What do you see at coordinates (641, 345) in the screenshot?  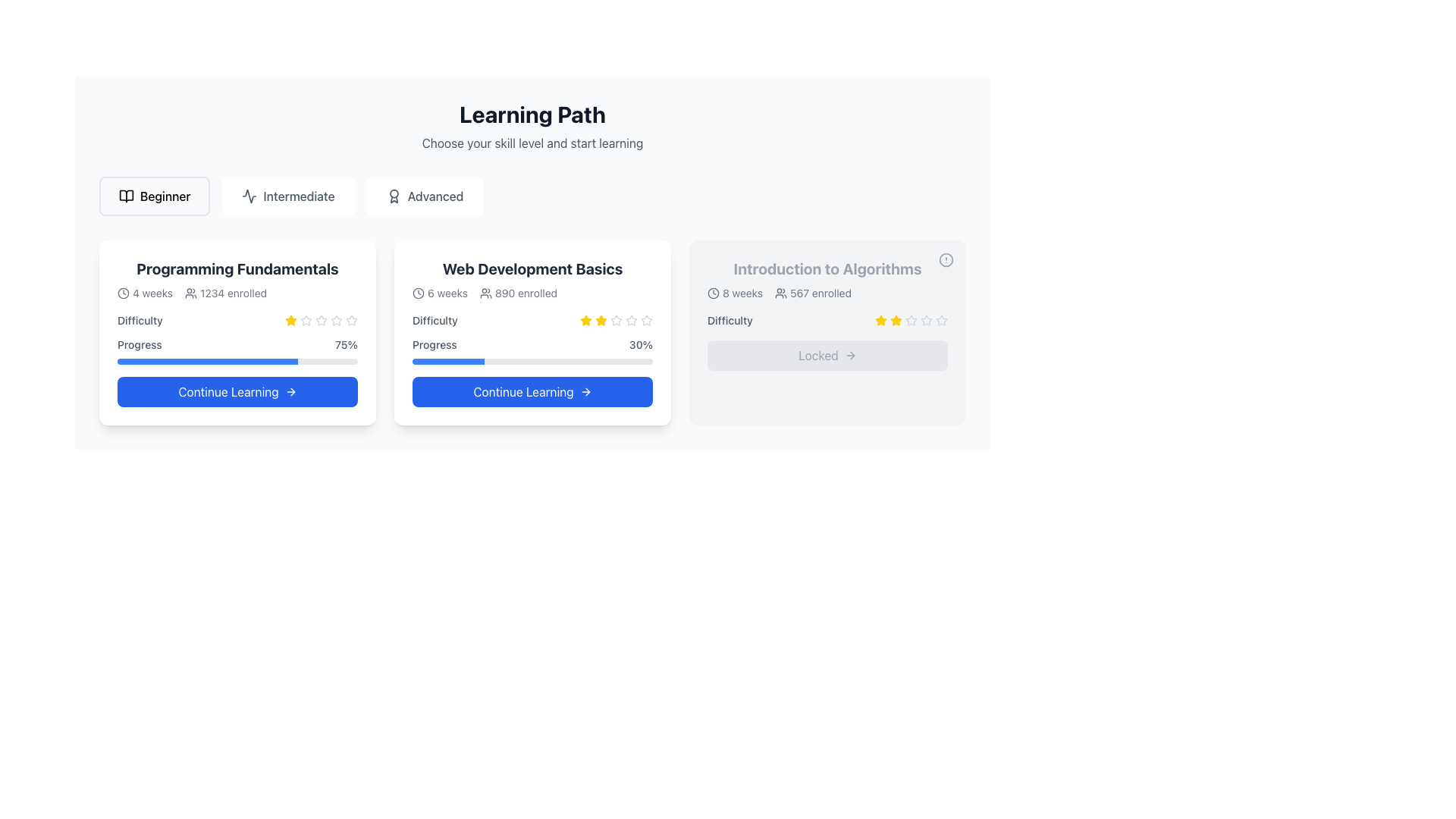 I see `the static text label displaying the progress percentage for the 'Web Development Basics' course located in the top right corner of the progress indicator area` at bounding box center [641, 345].